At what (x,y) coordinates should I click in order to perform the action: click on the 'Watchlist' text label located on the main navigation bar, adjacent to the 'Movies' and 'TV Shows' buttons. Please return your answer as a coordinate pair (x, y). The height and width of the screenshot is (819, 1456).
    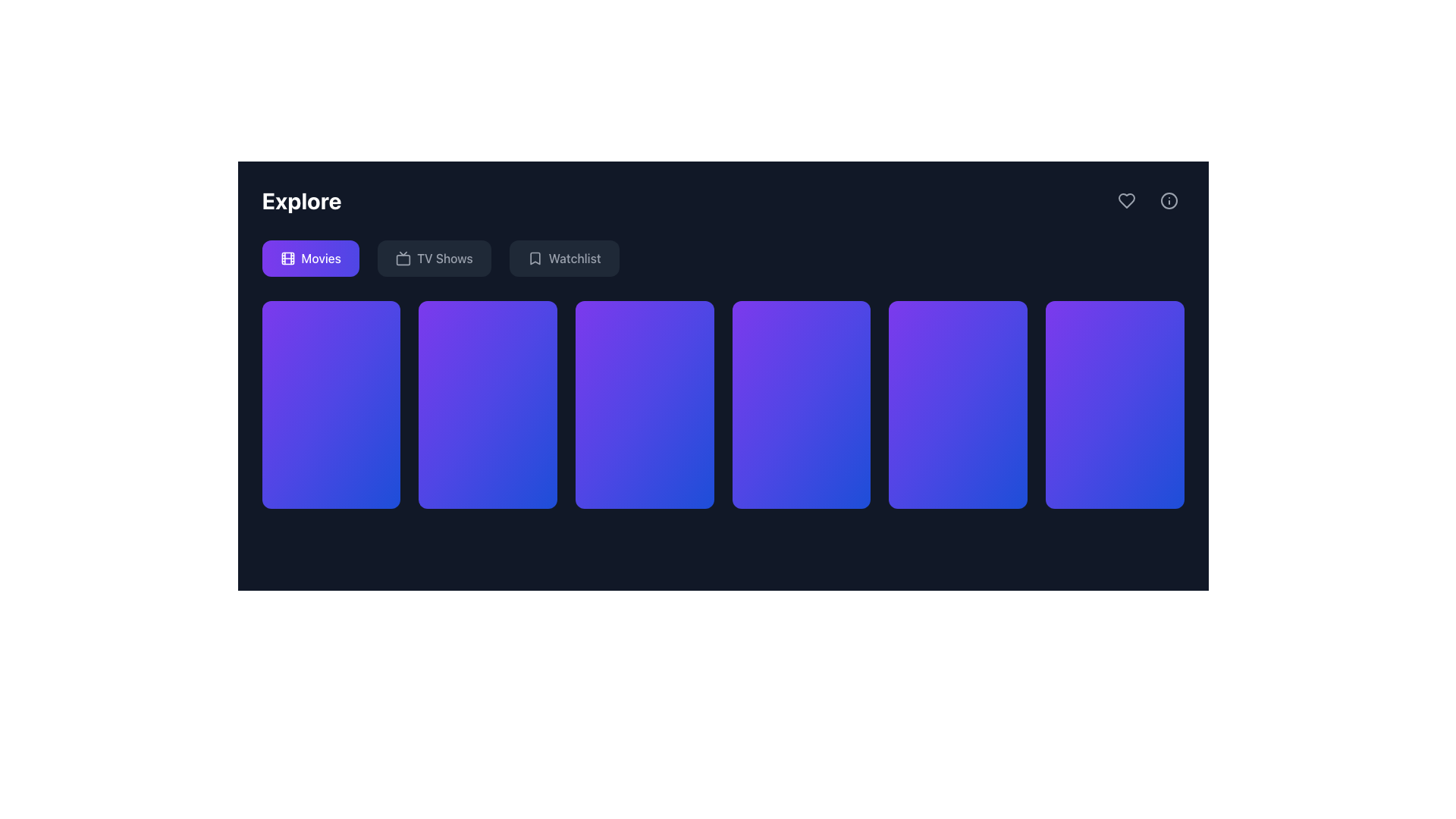
    Looking at the image, I should click on (574, 257).